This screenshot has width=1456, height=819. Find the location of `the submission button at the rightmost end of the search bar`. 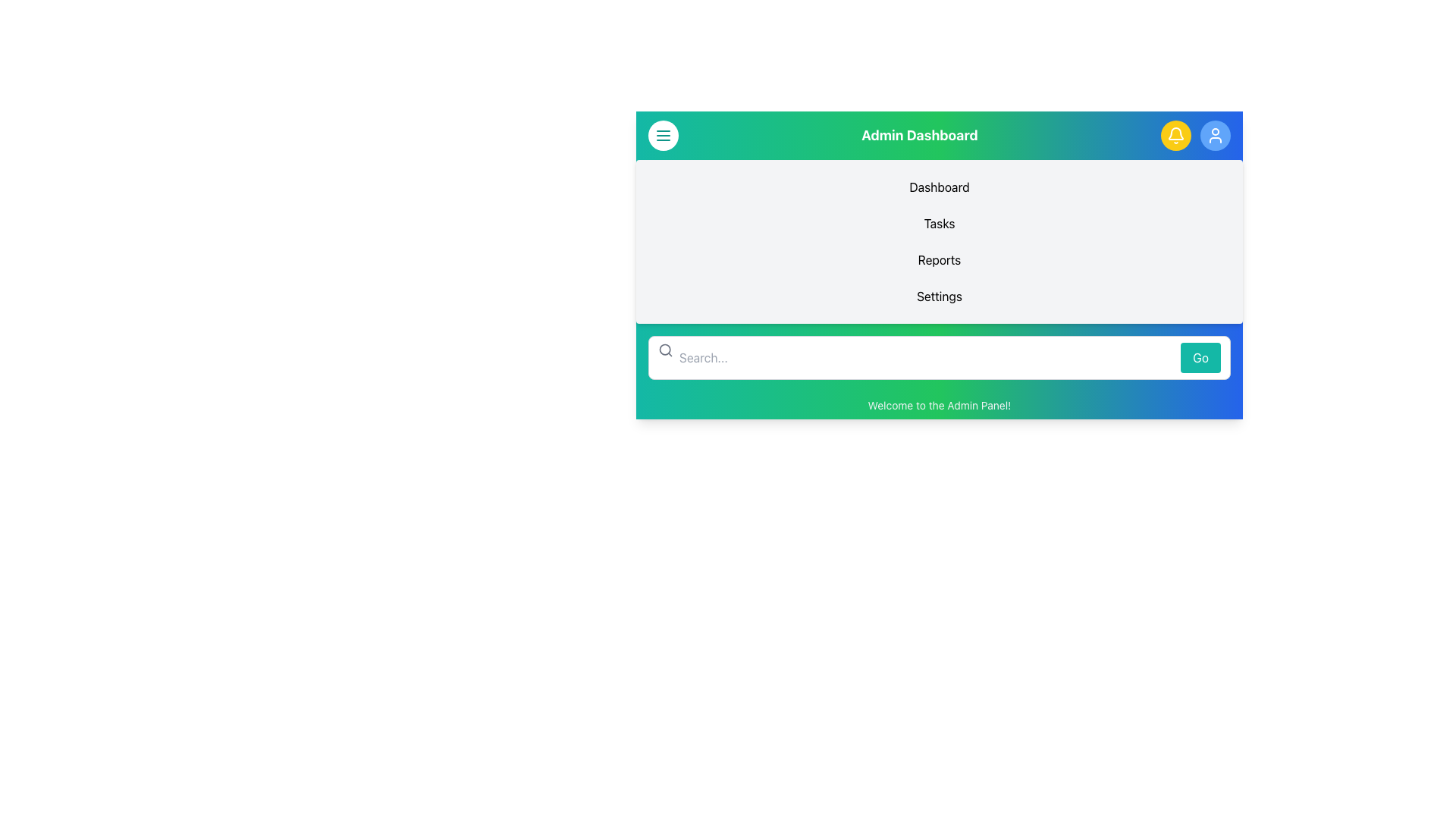

the submission button at the rightmost end of the search bar is located at coordinates (1200, 357).